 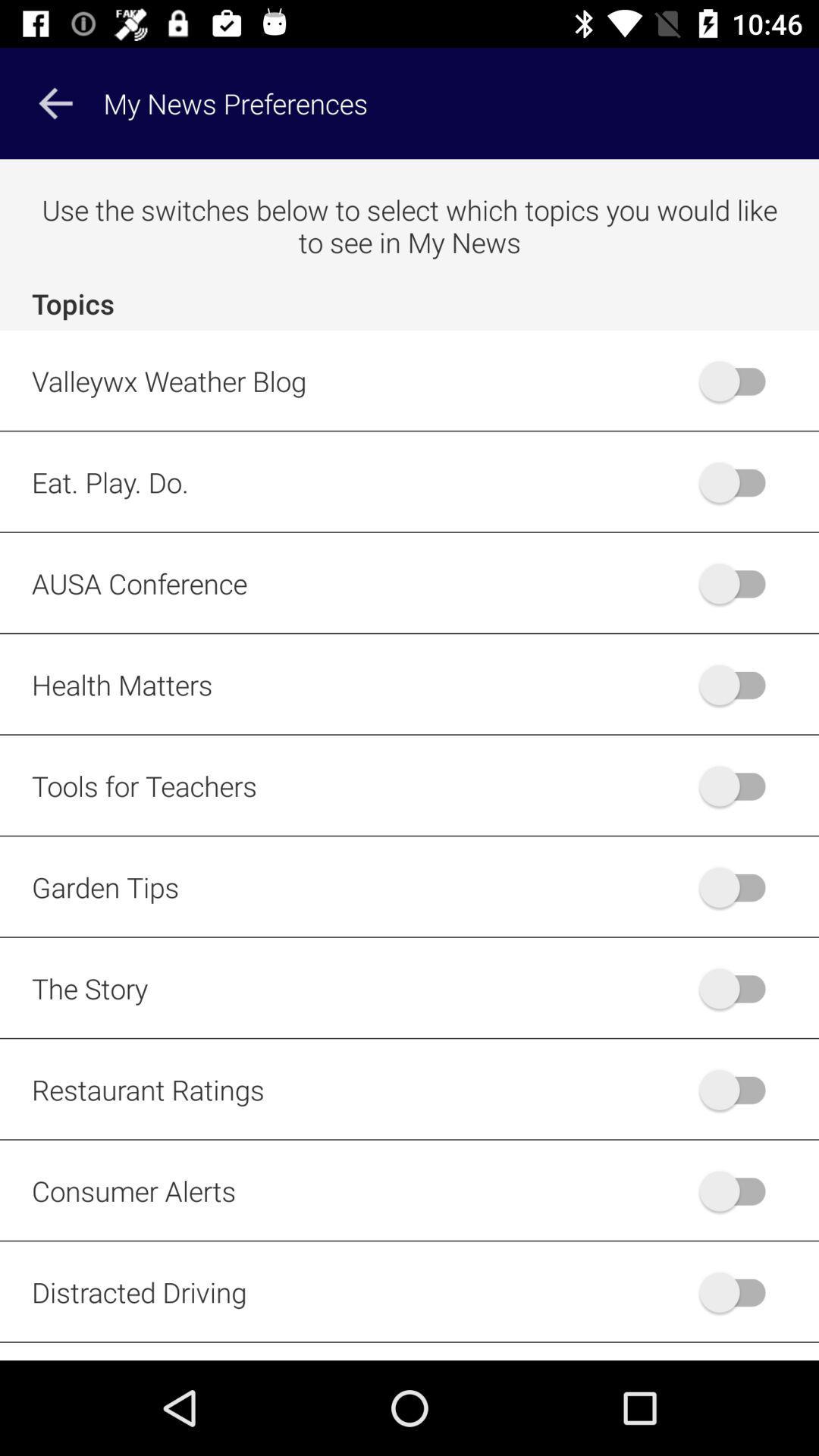 What do you see at coordinates (739, 1291) in the screenshot?
I see `switch distracted driving on` at bounding box center [739, 1291].